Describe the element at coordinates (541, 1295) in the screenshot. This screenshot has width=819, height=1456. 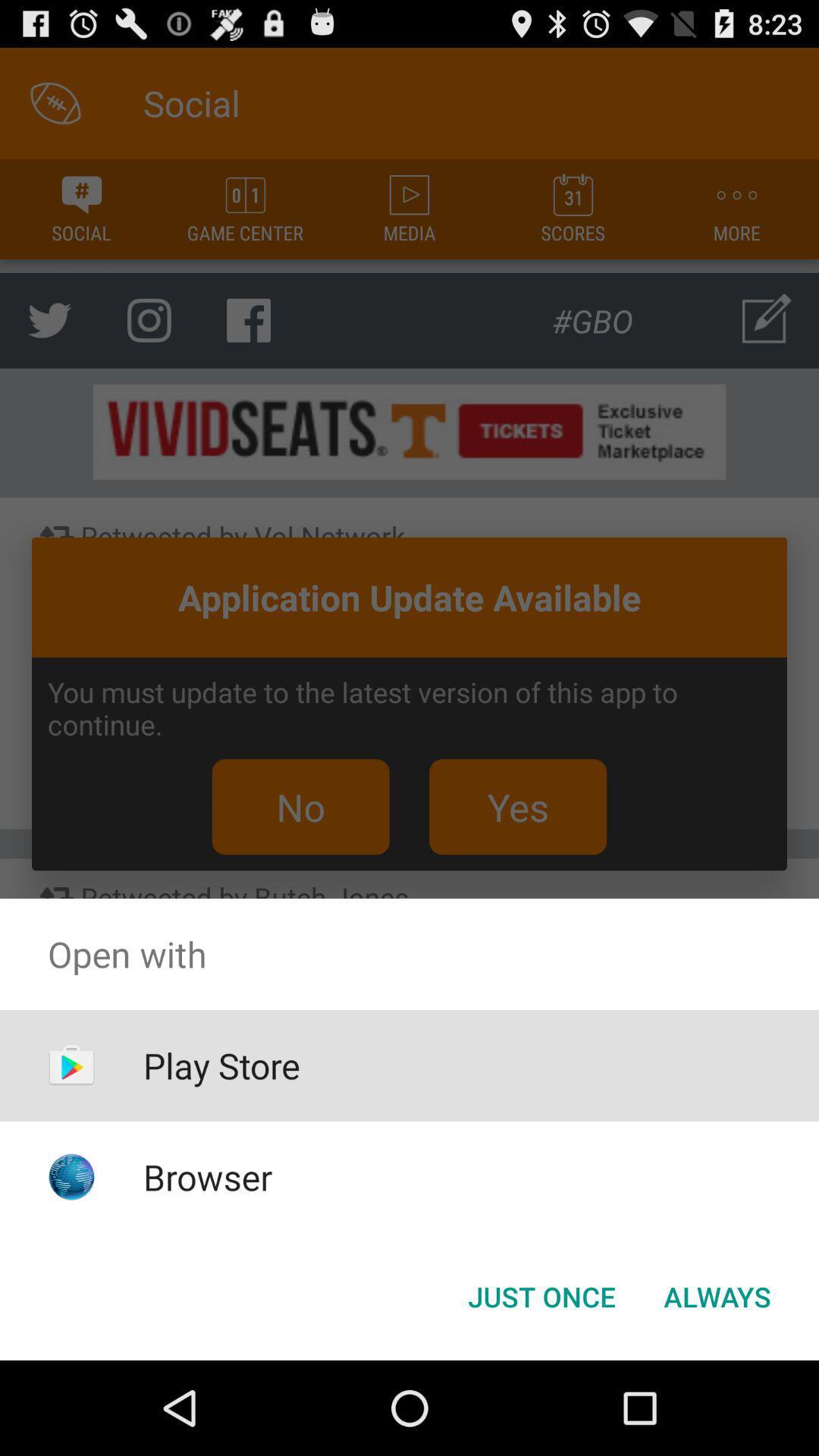
I see `just once` at that location.